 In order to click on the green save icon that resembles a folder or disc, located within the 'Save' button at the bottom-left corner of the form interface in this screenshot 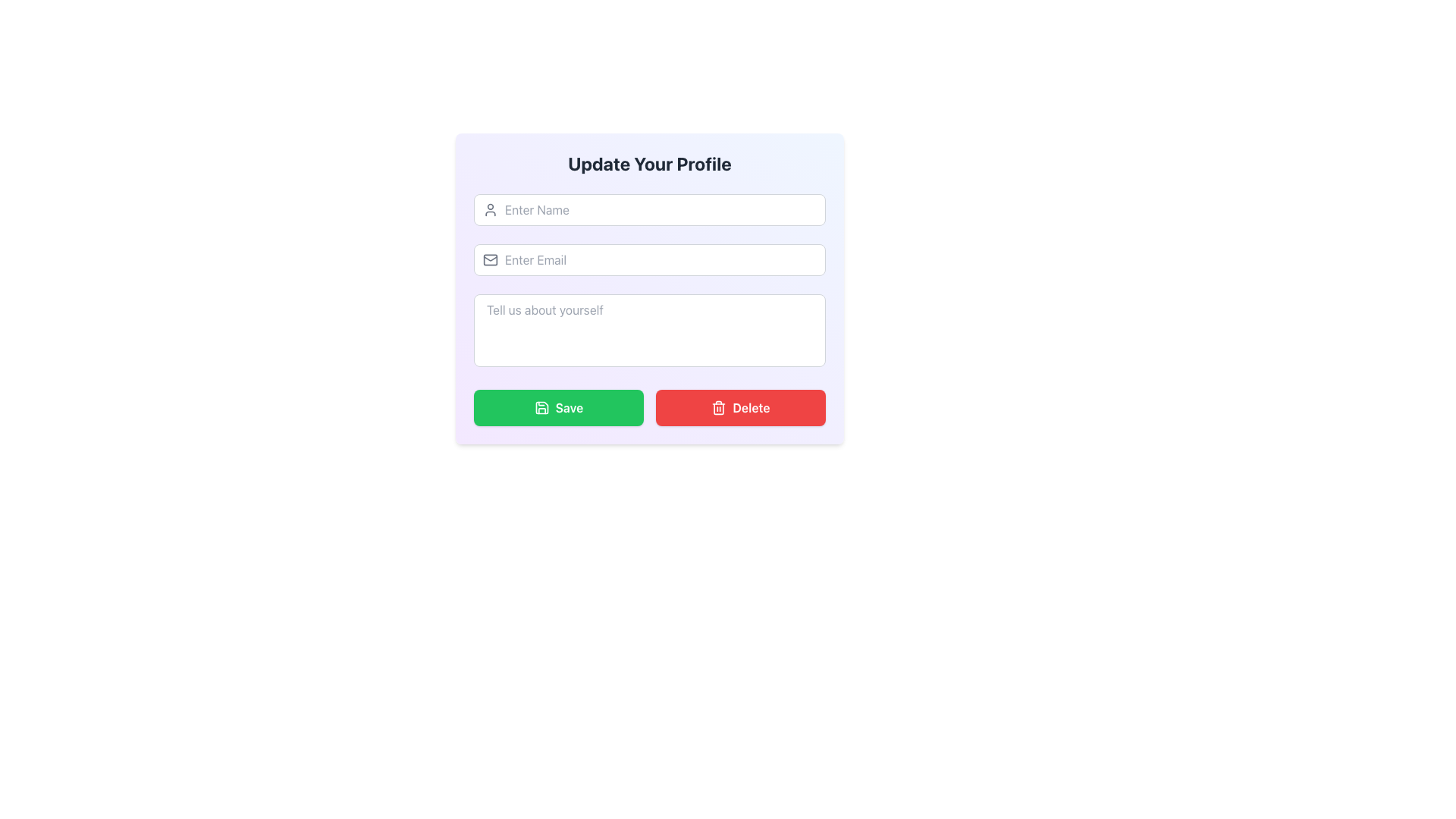, I will do `click(541, 406)`.